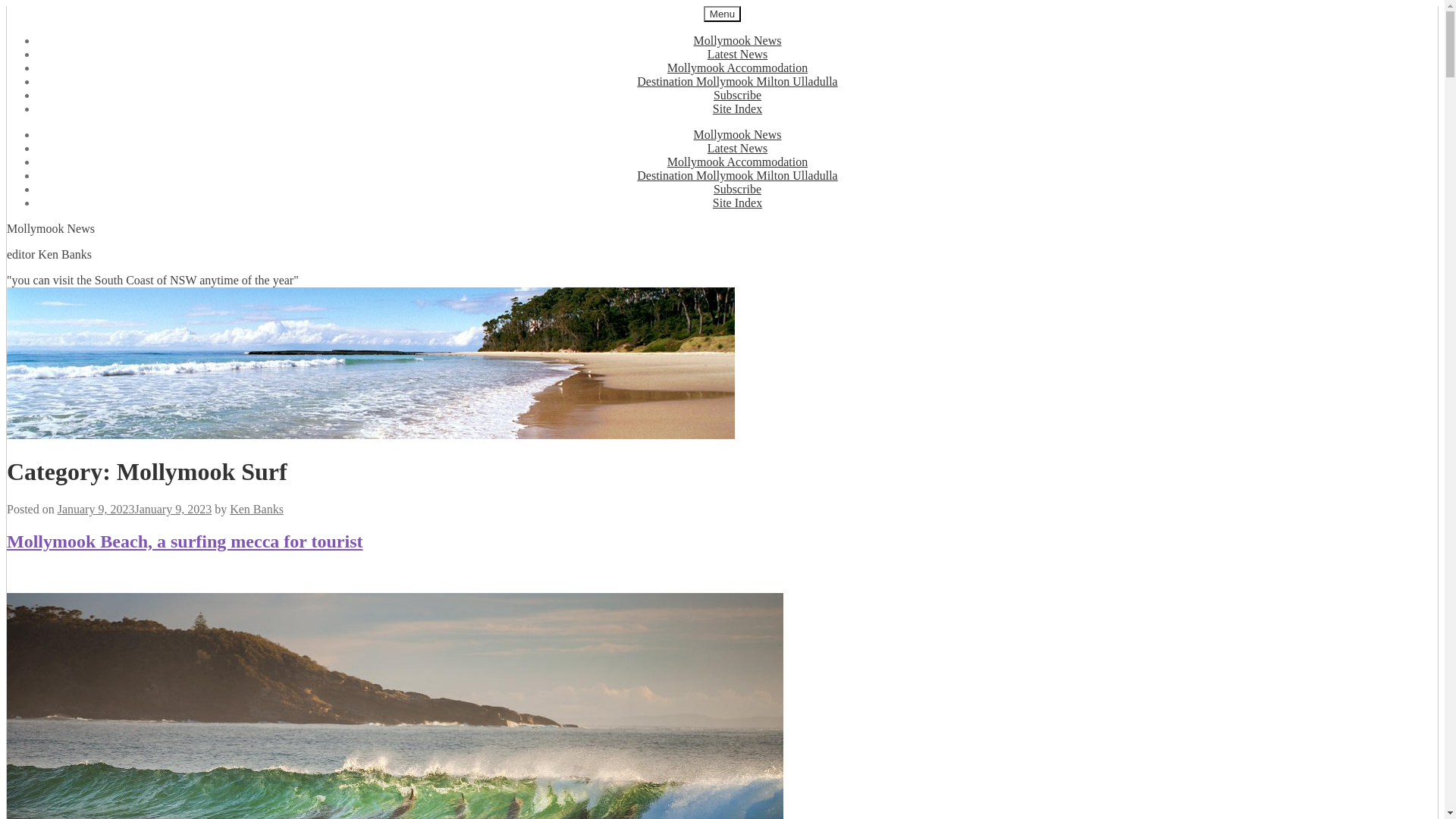  I want to click on 'Site Index', so click(737, 202).